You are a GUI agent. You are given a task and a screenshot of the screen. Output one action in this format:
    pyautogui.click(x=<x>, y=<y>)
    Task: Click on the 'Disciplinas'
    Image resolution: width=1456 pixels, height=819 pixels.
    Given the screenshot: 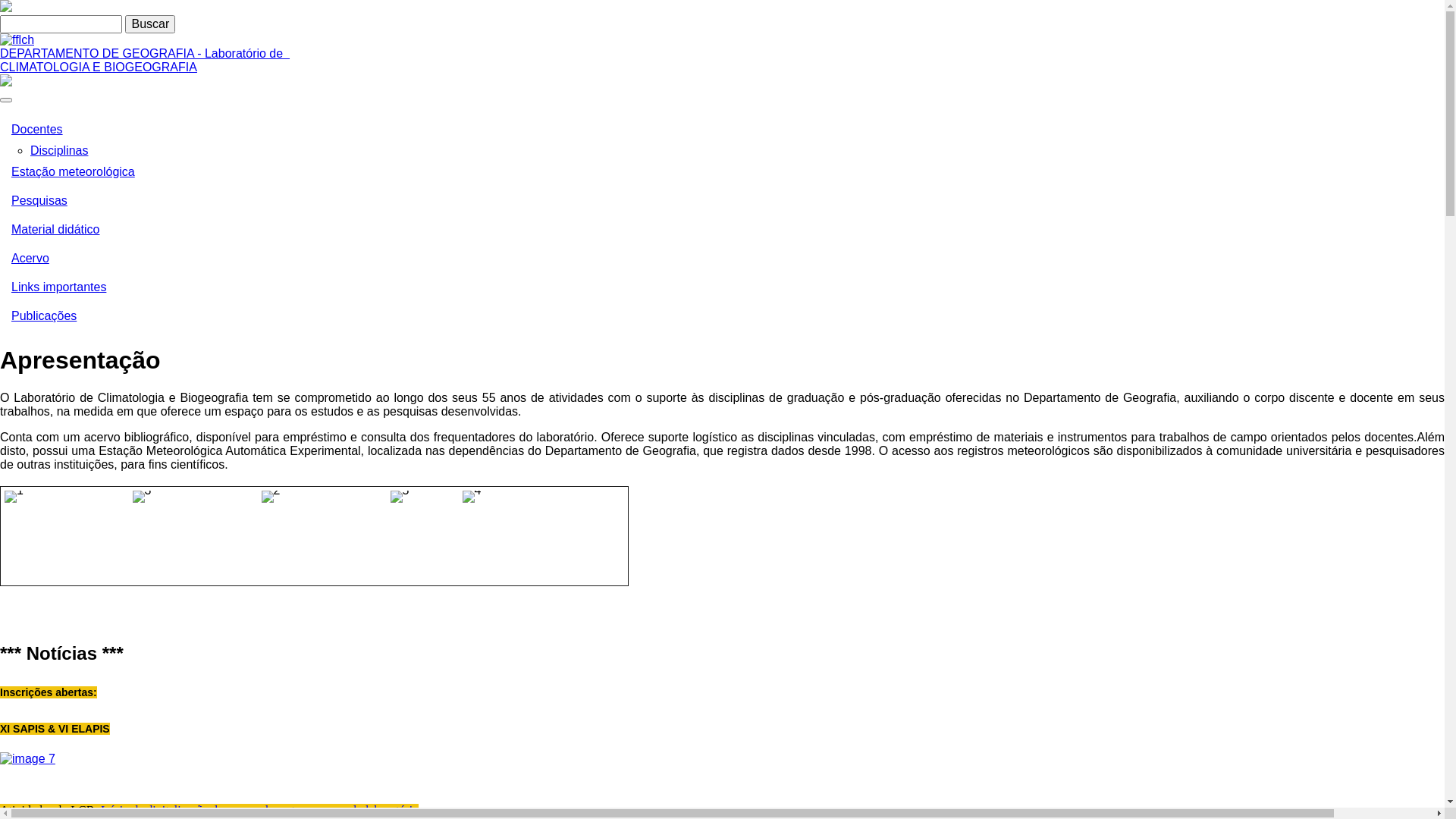 What is the action you would take?
    pyautogui.click(x=58, y=150)
    